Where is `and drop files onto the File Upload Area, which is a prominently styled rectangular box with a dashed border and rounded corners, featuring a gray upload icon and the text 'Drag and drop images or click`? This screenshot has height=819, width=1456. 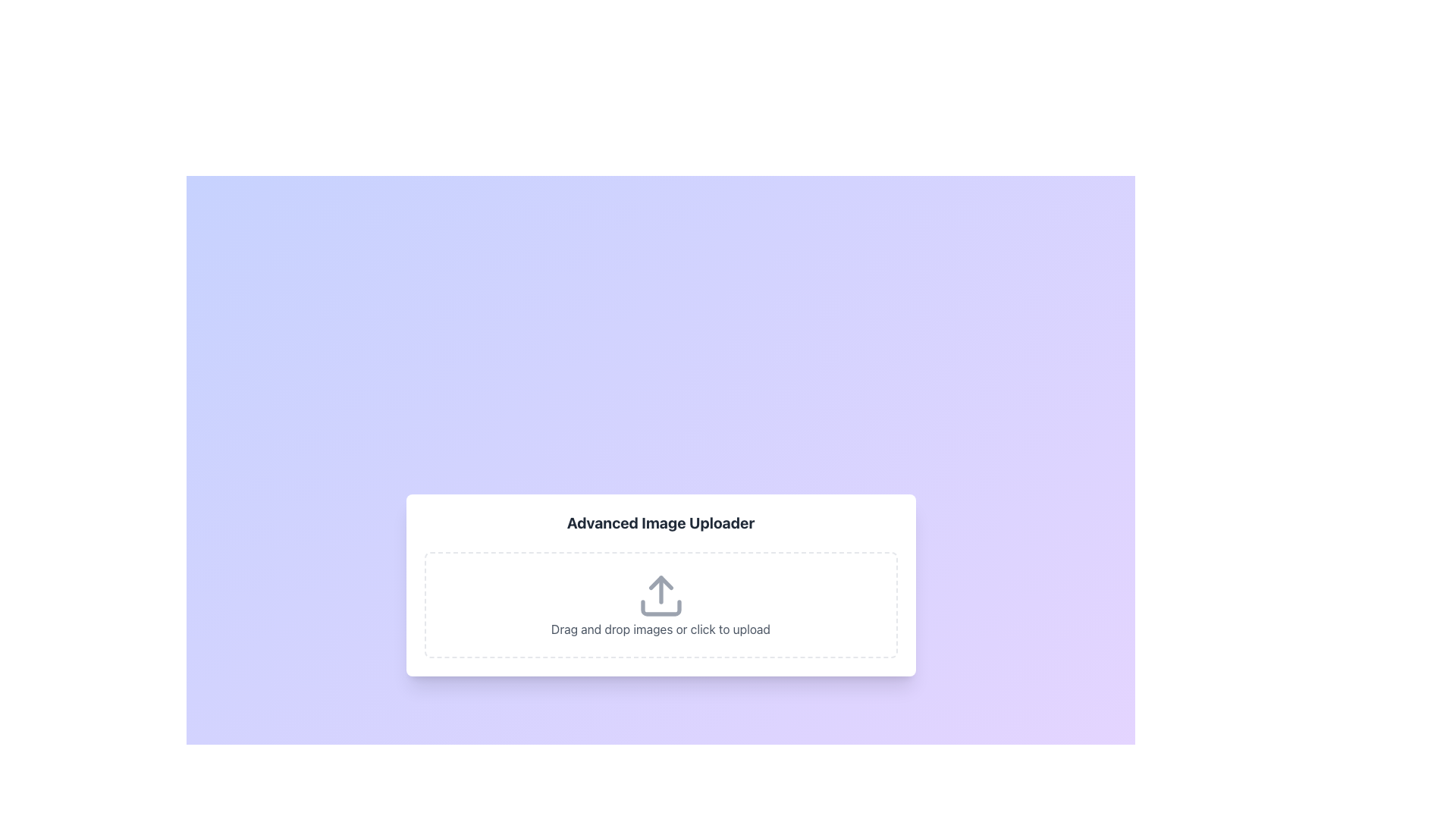 and drop files onto the File Upload Area, which is a prominently styled rectangular box with a dashed border and rounded corners, featuring a gray upload icon and the text 'Drag and drop images or click is located at coordinates (661, 604).